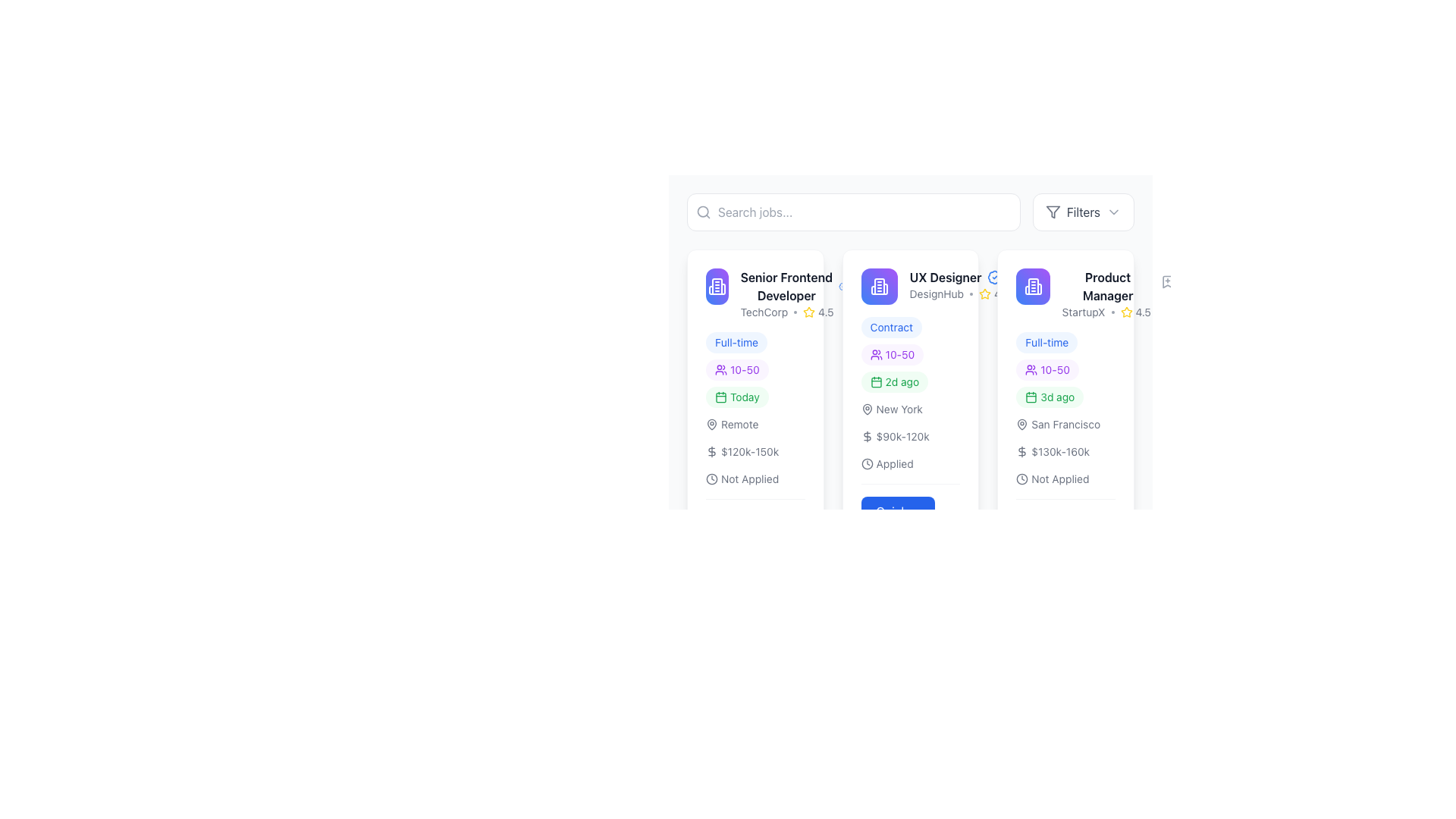 Image resolution: width=1456 pixels, height=819 pixels. Describe the element at coordinates (1023, 281) in the screenshot. I see `the gray bookmark icon button with a plus sign located at the top-right corner of the card below 'Product Manager' and 'StartupX'` at that location.